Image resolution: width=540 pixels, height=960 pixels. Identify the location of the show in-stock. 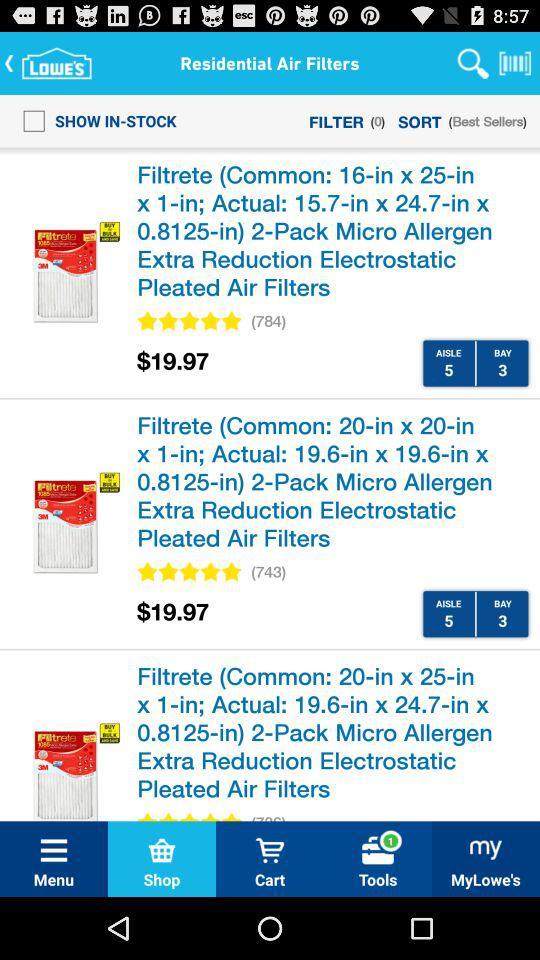
(93, 120).